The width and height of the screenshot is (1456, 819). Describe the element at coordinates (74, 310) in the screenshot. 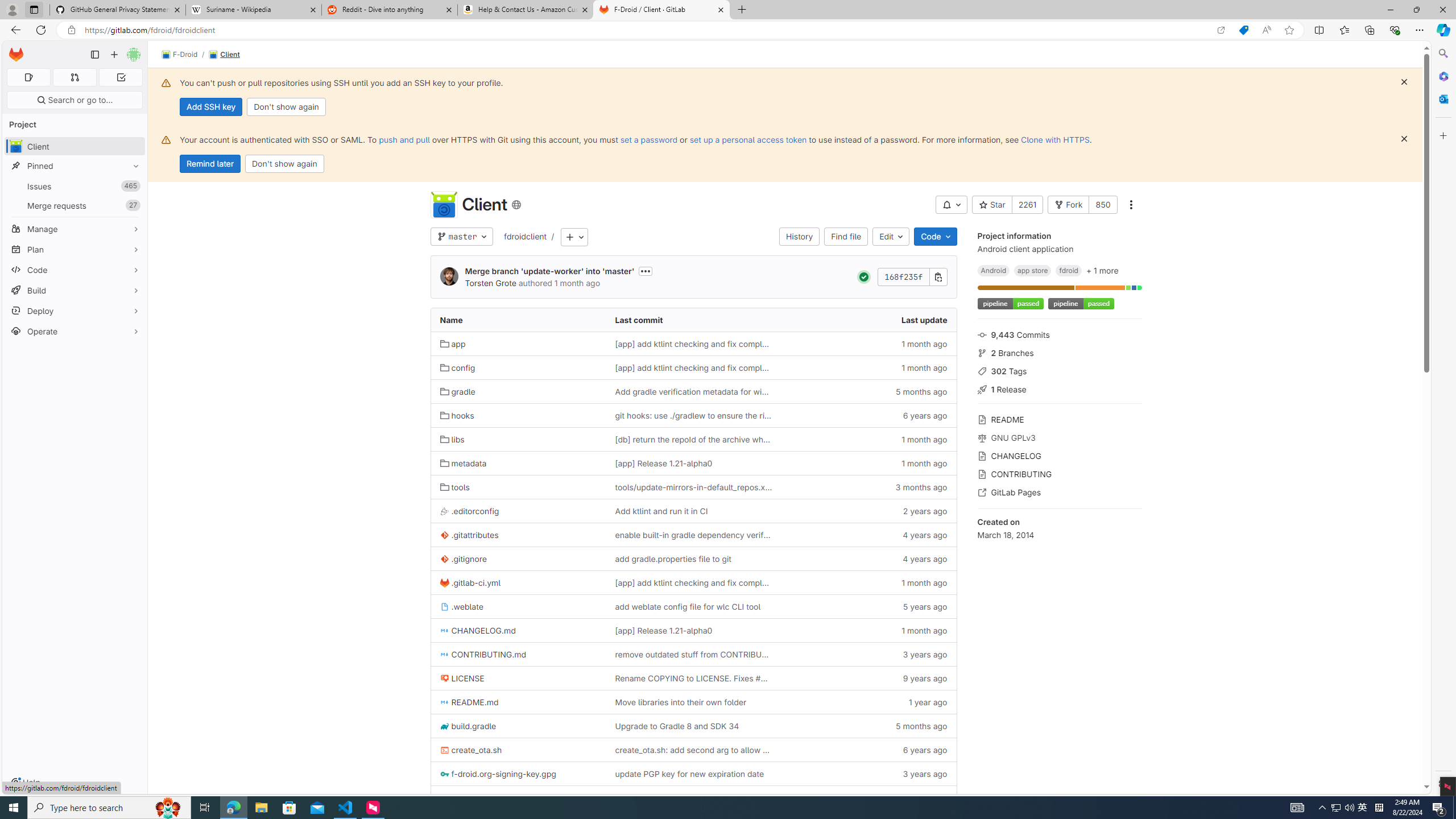

I see `'Deploy'` at that location.